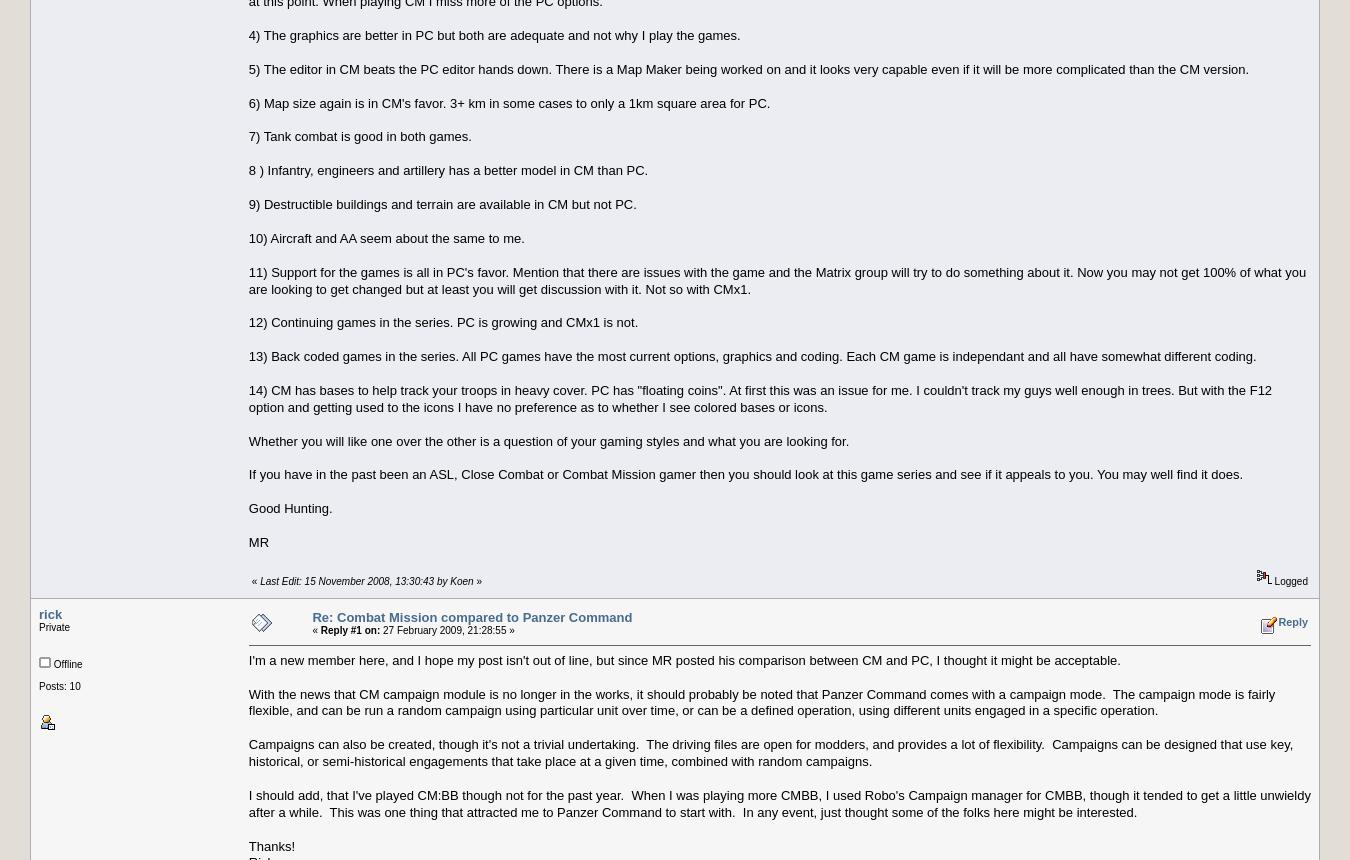 The image size is (1350, 860). I want to click on 'rick', so click(49, 612).